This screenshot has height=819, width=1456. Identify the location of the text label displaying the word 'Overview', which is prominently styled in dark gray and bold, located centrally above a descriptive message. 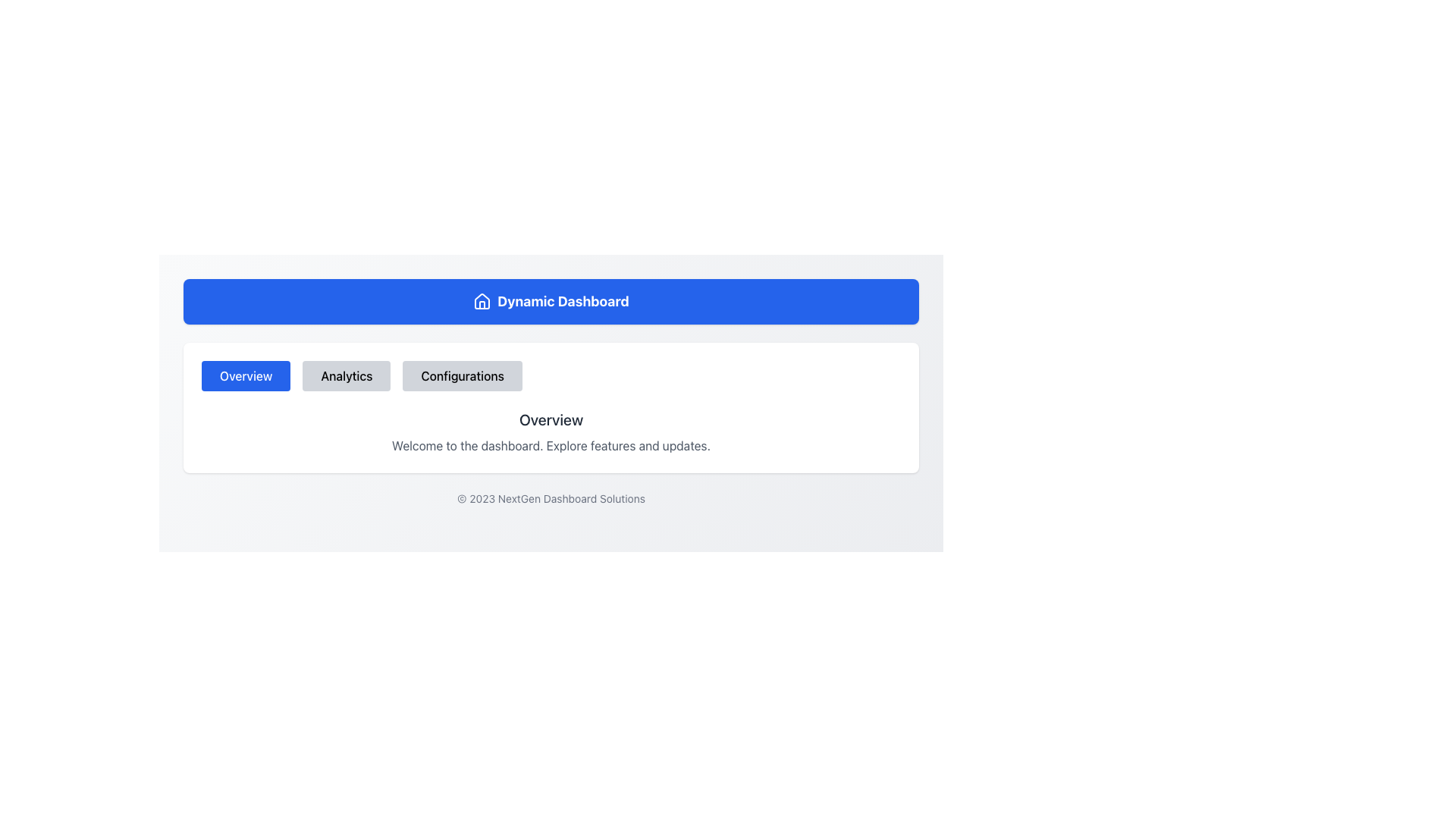
(550, 420).